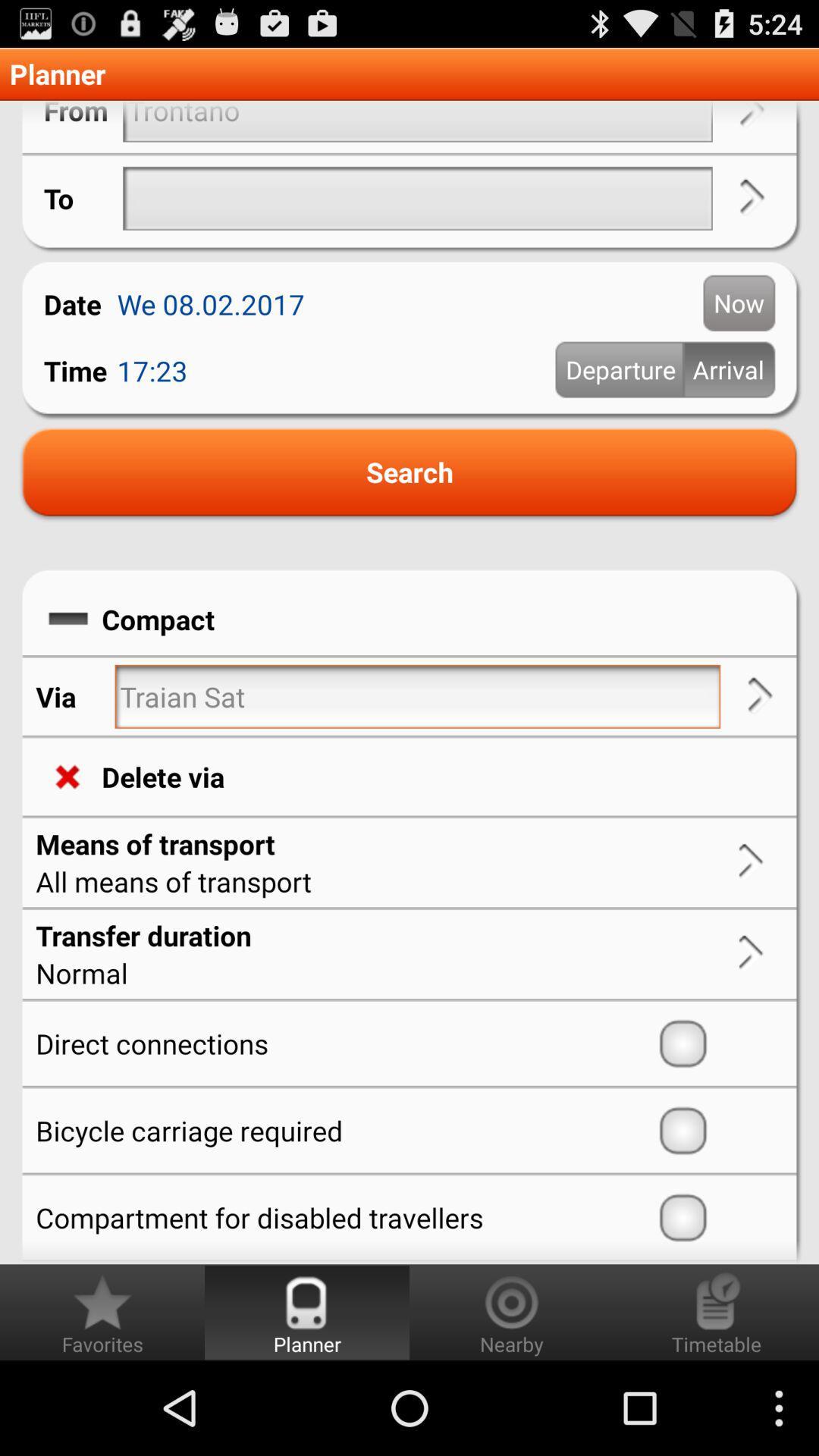  What do you see at coordinates (343, 1218) in the screenshot?
I see `the text below bicycle carriage required` at bounding box center [343, 1218].